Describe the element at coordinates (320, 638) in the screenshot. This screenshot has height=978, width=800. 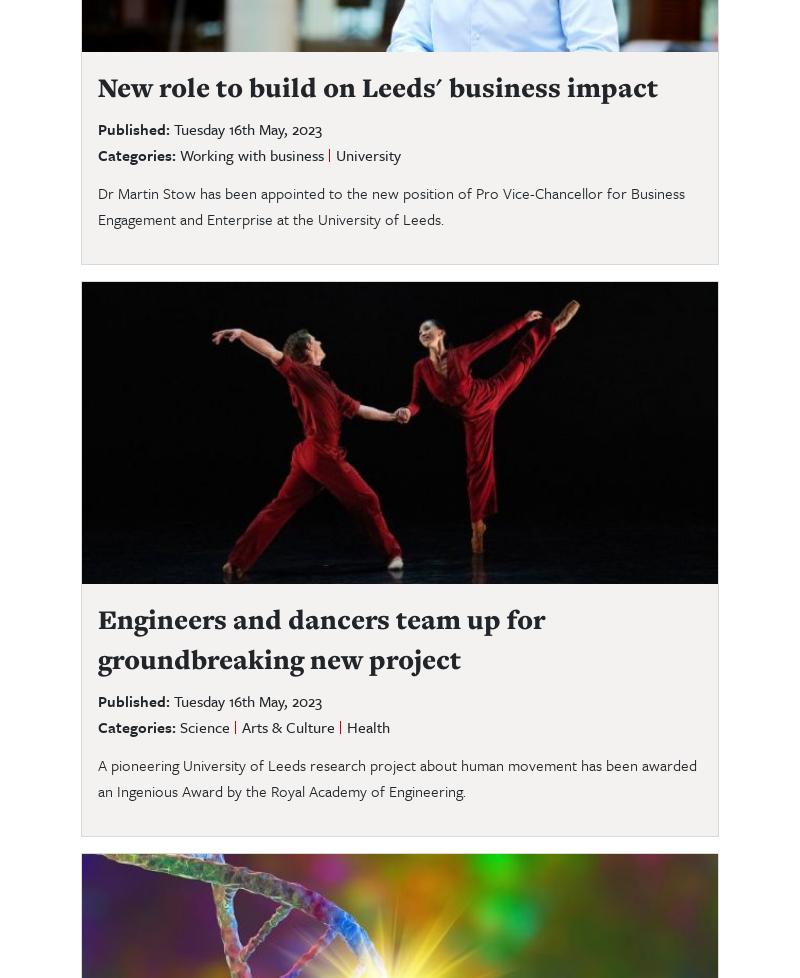
I see `'Engineers and dancers team up for groundbreaking new project'` at that location.